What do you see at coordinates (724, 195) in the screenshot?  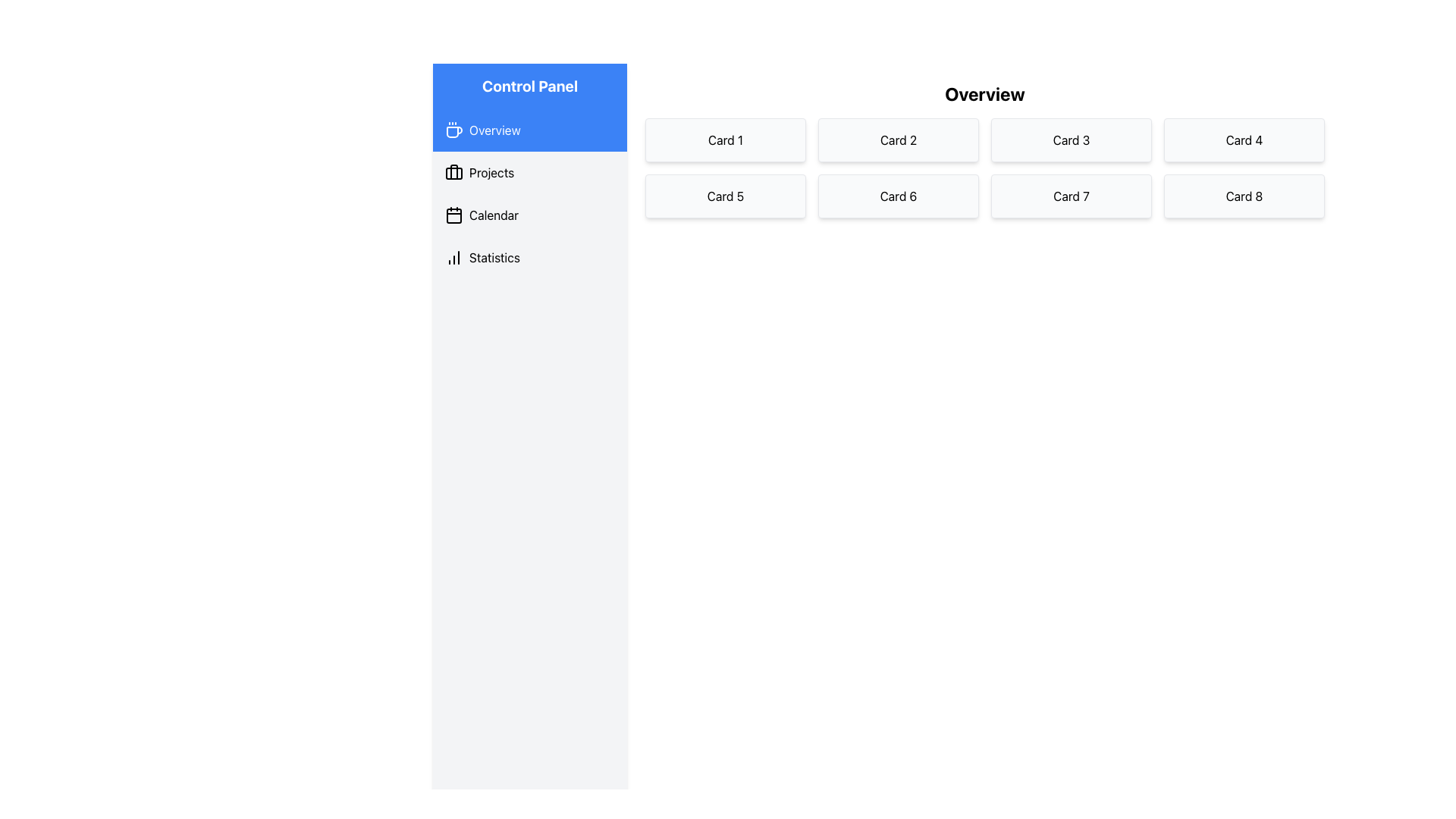 I see `the descriptive label located in the second row and first column of the grid layout, which identifies the card or category it represents` at bounding box center [724, 195].